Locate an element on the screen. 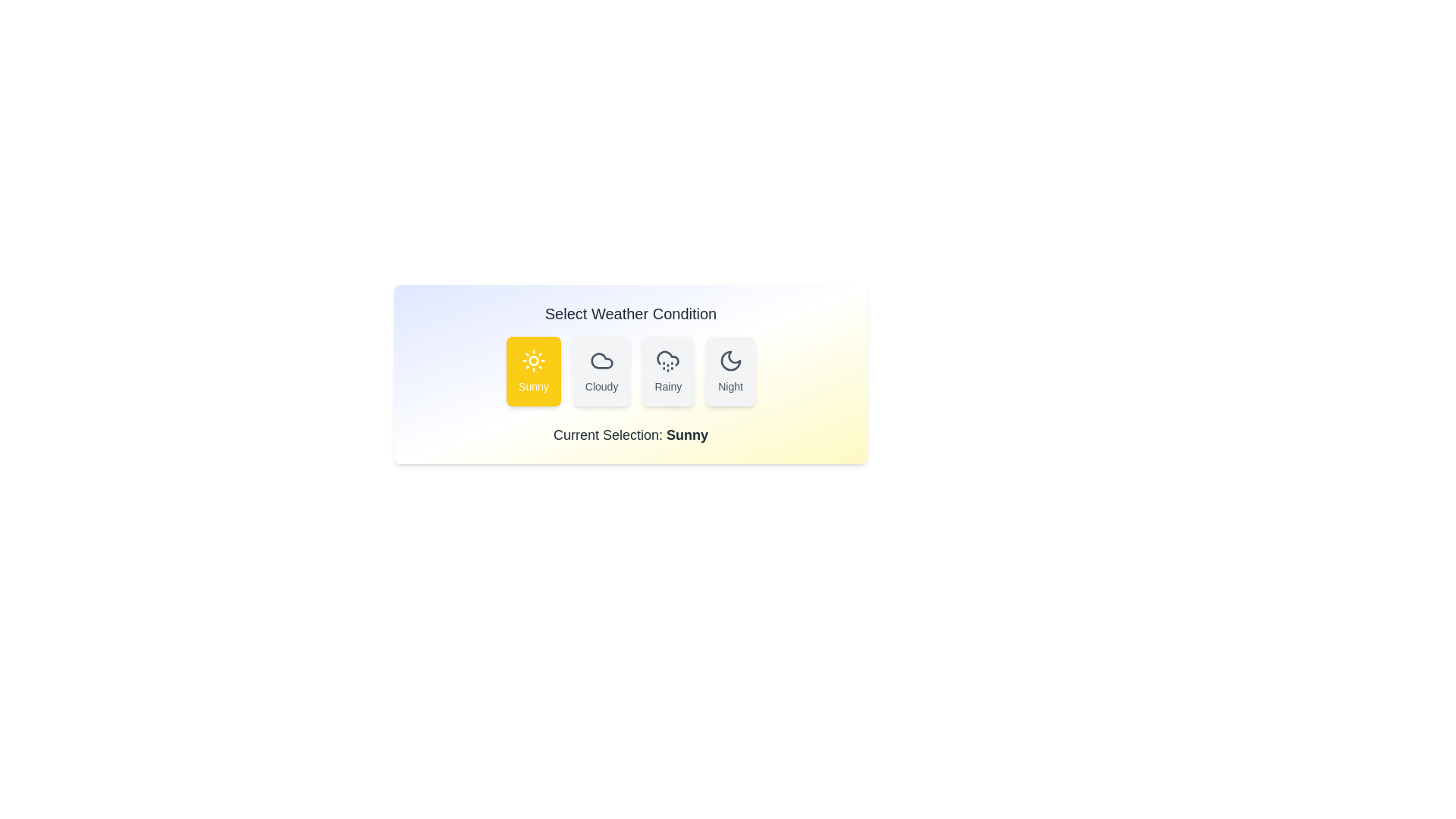 This screenshot has height=819, width=1456. the weather condition by clicking on the corresponding button labeled Night is located at coordinates (730, 371).